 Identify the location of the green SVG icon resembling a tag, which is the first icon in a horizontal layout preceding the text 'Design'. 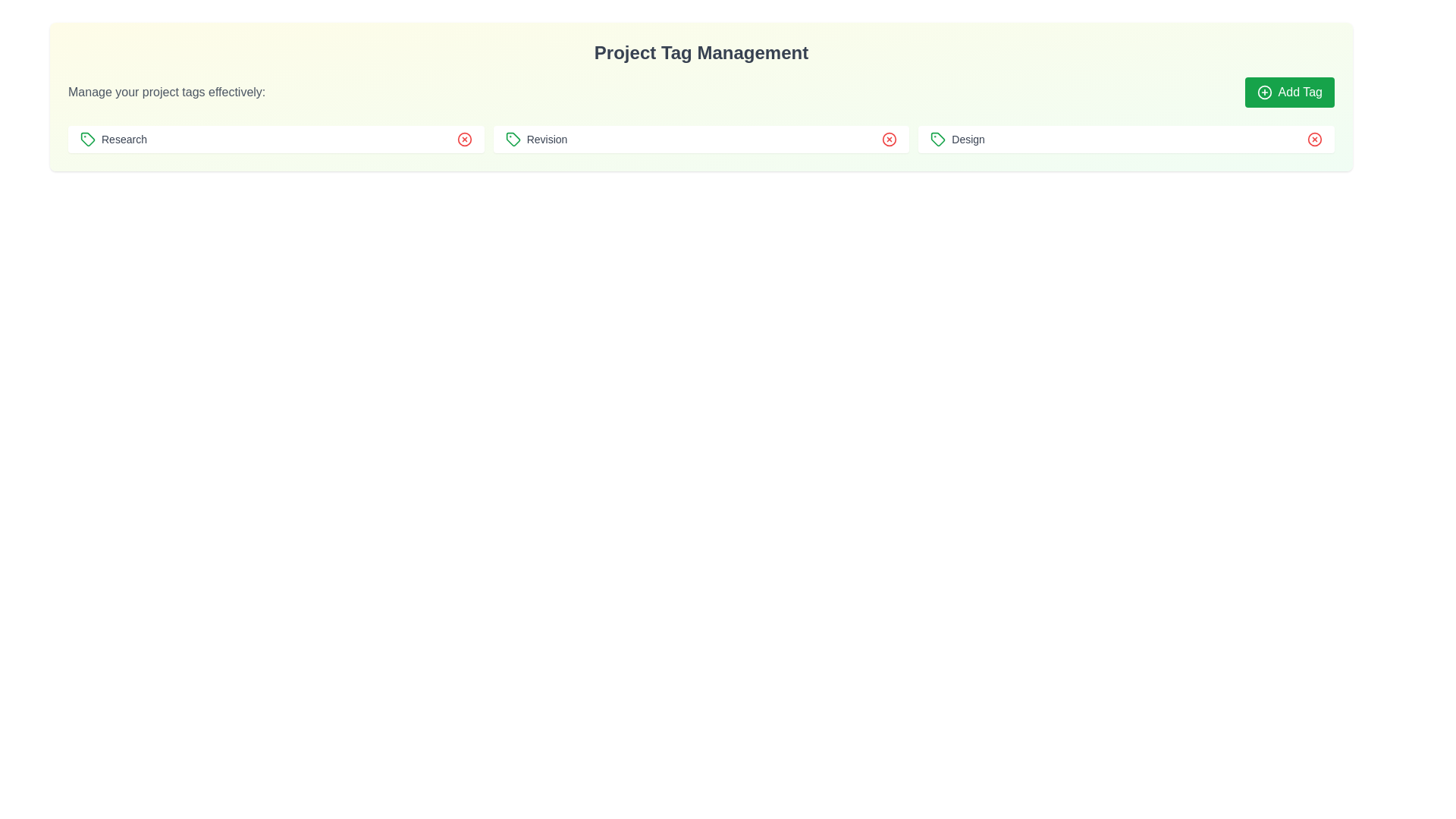
(937, 140).